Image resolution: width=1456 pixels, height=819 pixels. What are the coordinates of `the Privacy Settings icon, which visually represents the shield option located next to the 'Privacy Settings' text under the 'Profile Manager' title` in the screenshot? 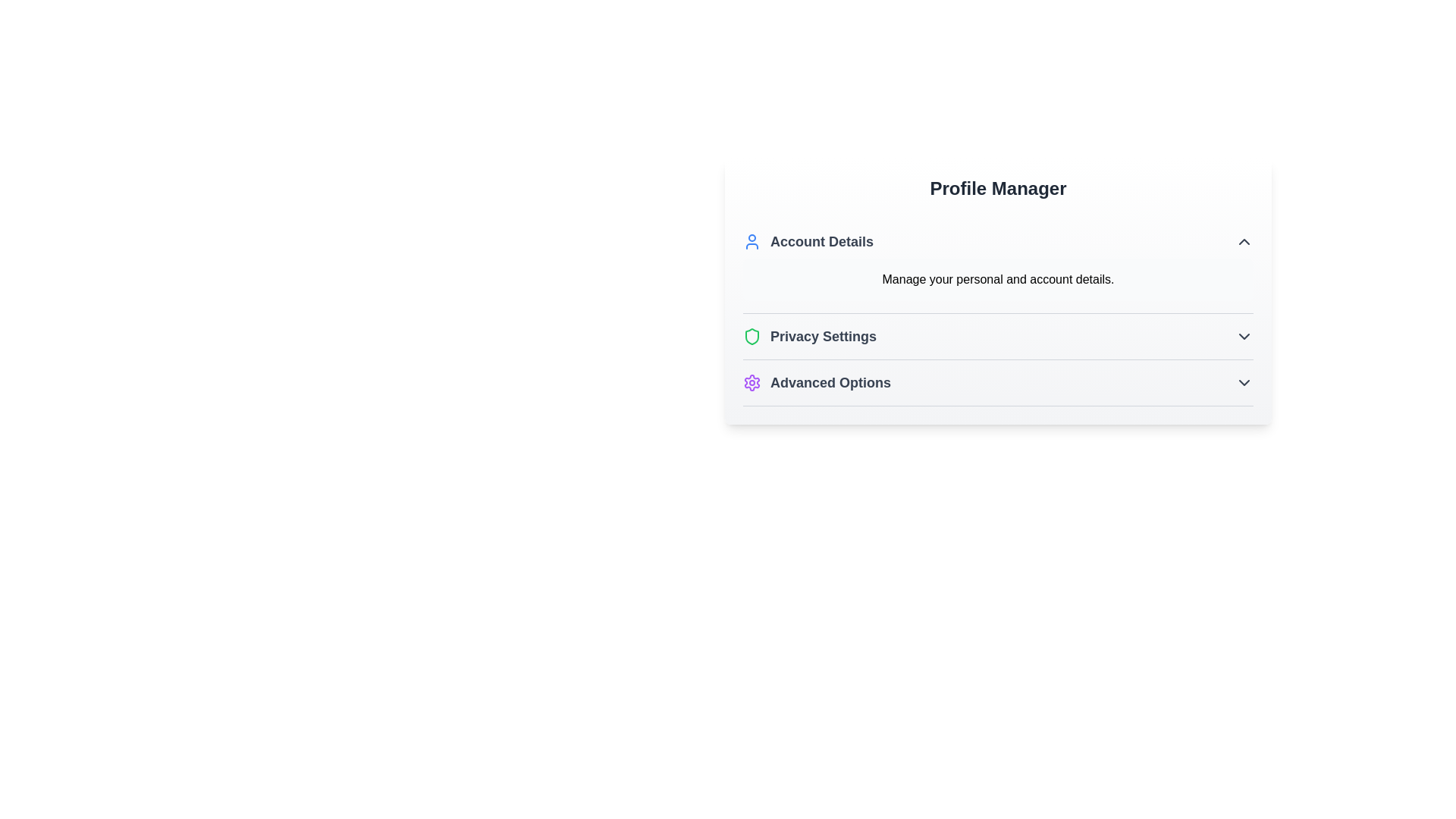 It's located at (752, 335).